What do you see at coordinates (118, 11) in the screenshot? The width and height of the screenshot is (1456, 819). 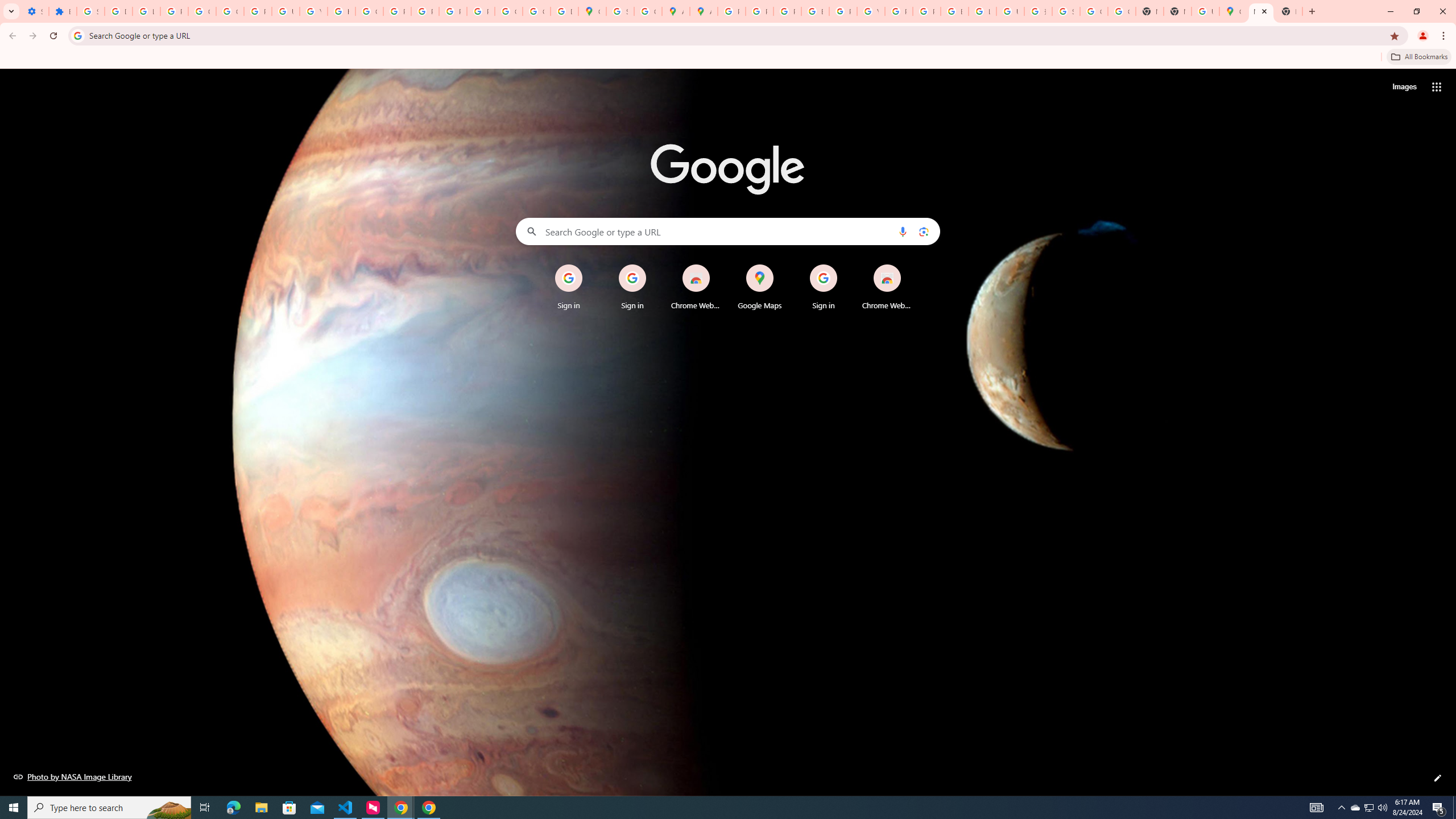 I see `'Delete photos & videos - Computer - Google Photos Help'` at bounding box center [118, 11].